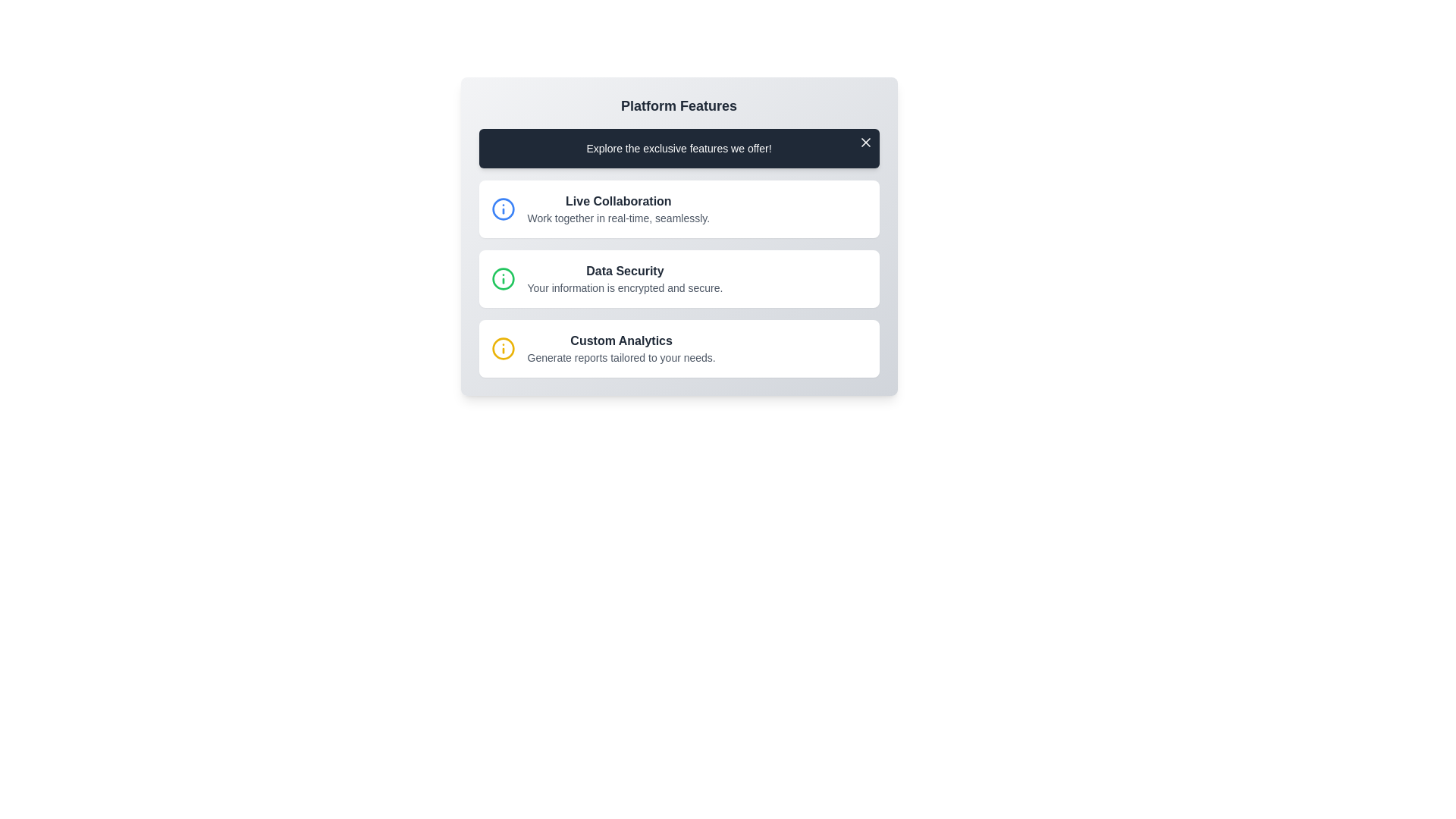 The image size is (1456, 819). What do you see at coordinates (865, 143) in the screenshot?
I see `the close icon located at the top-right corner of the dark rectangular banner` at bounding box center [865, 143].